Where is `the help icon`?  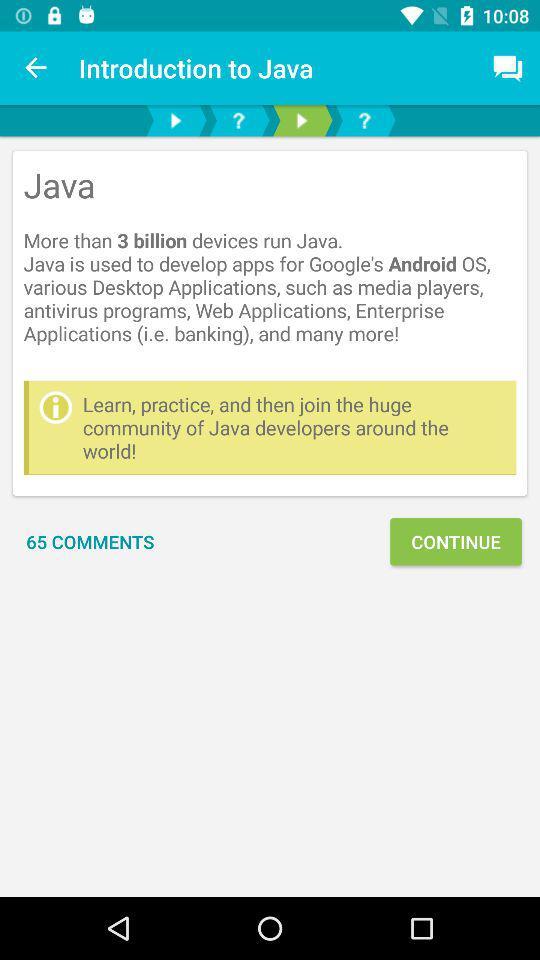 the help icon is located at coordinates (363, 120).